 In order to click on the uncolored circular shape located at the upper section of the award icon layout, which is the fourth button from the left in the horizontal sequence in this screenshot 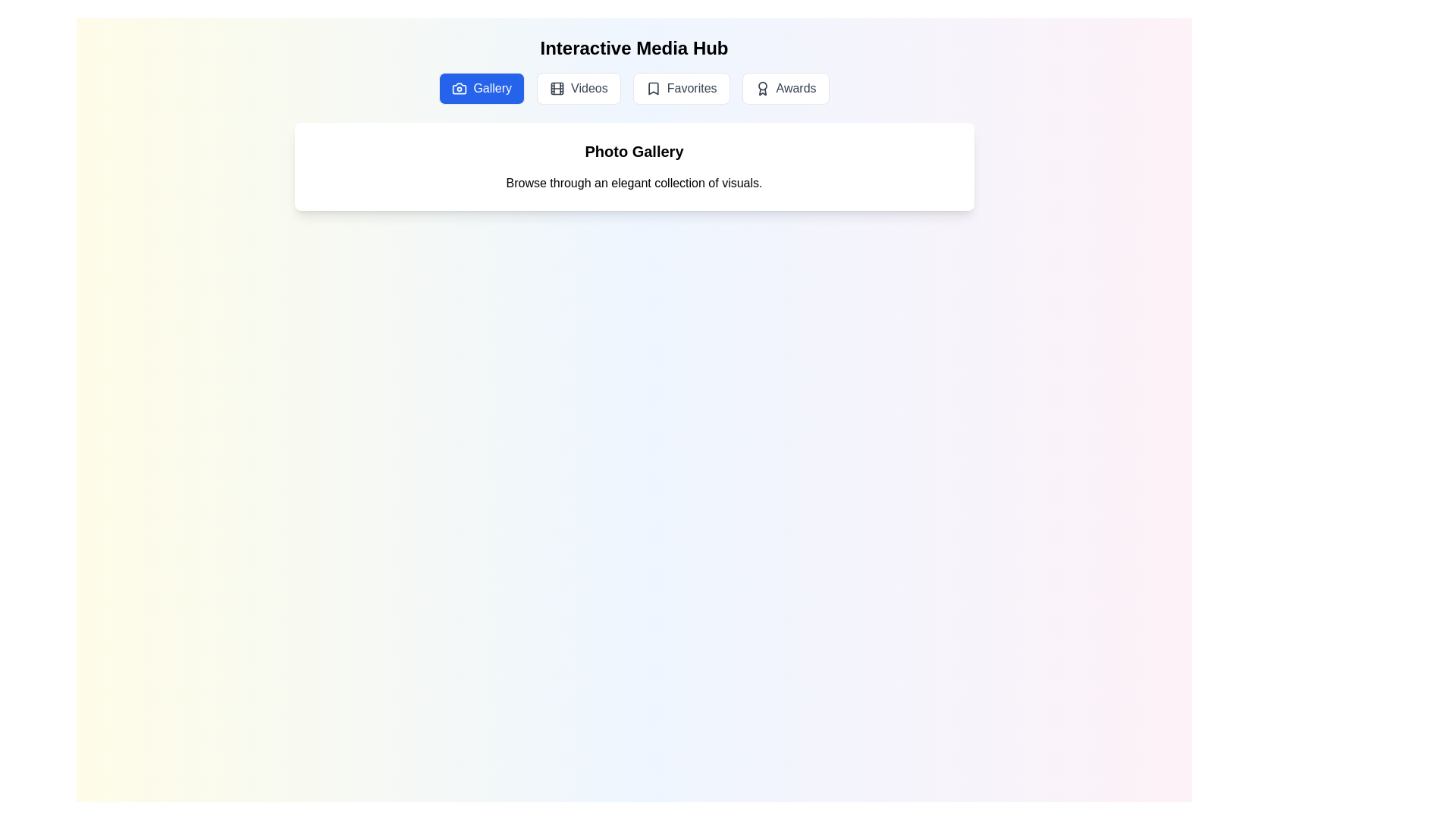, I will do `click(762, 86)`.